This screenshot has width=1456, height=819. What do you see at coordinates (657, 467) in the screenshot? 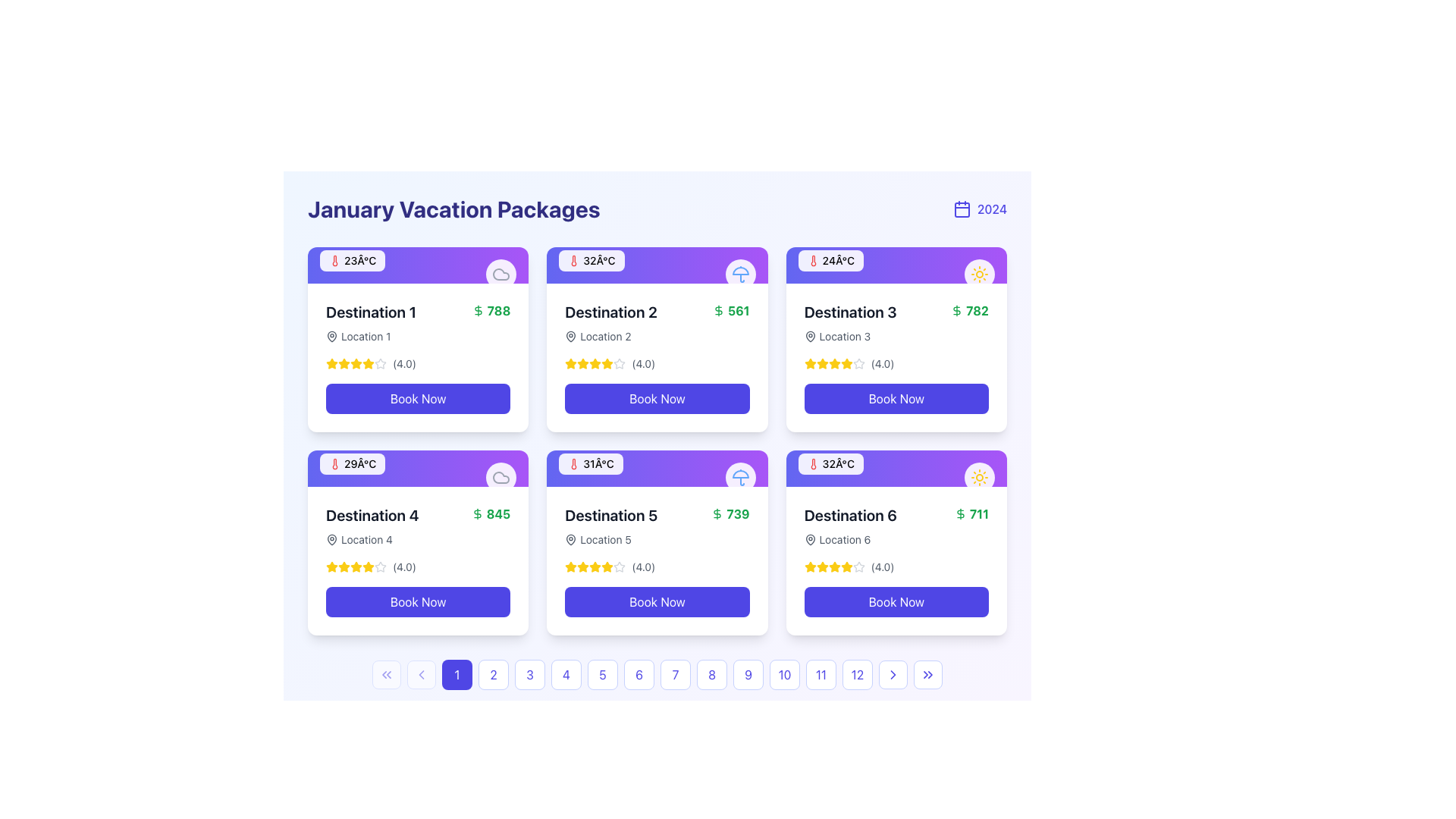
I see `the Information card header displaying '31°C' with a red thermometer icon on the left and a circular blue umbrella icon on the right, located in the 'Destination 5' card` at bounding box center [657, 467].